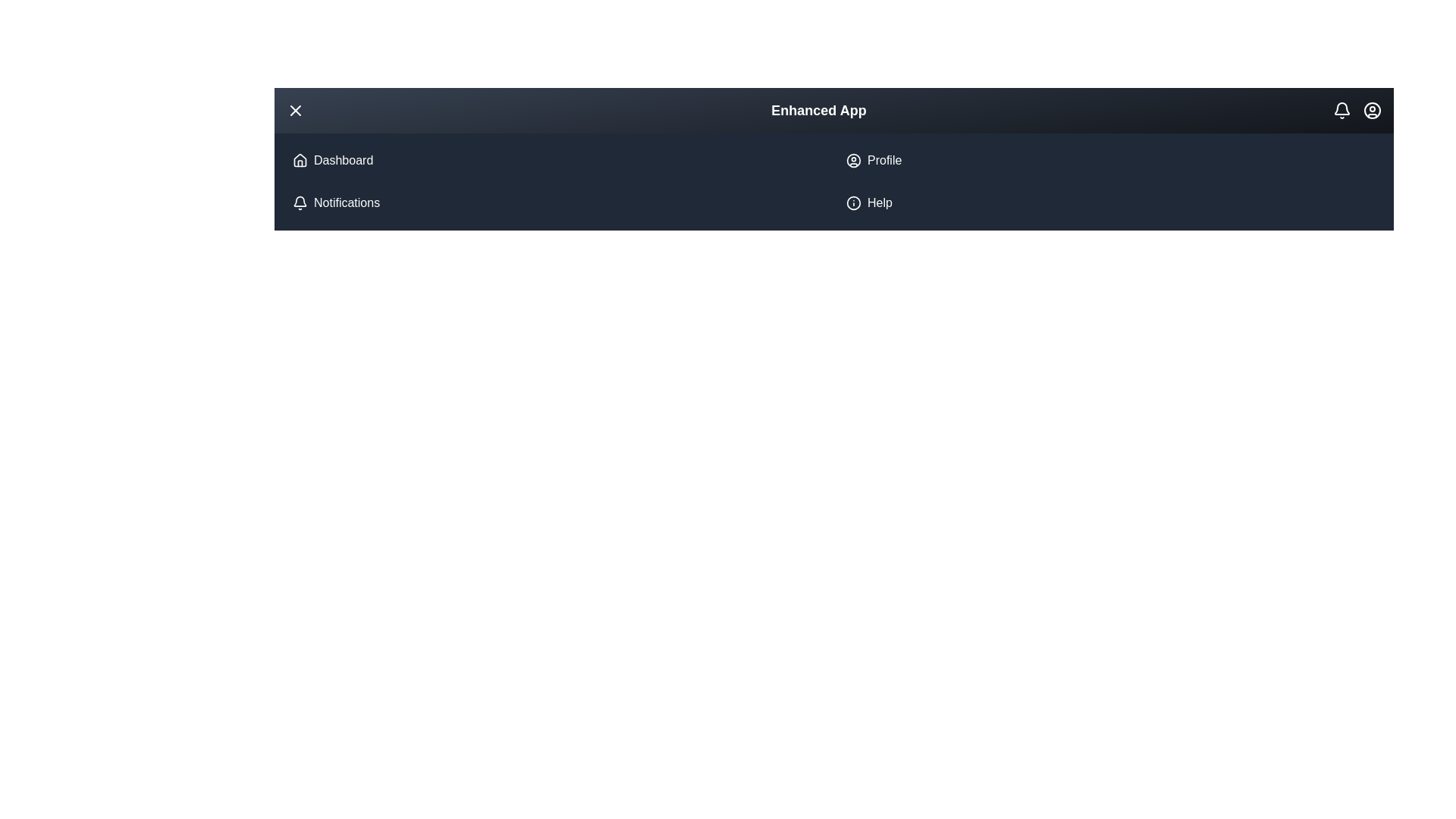 Image resolution: width=1456 pixels, height=819 pixels. I want to click on the notification icon in the top right corner, so click(1342, 110).